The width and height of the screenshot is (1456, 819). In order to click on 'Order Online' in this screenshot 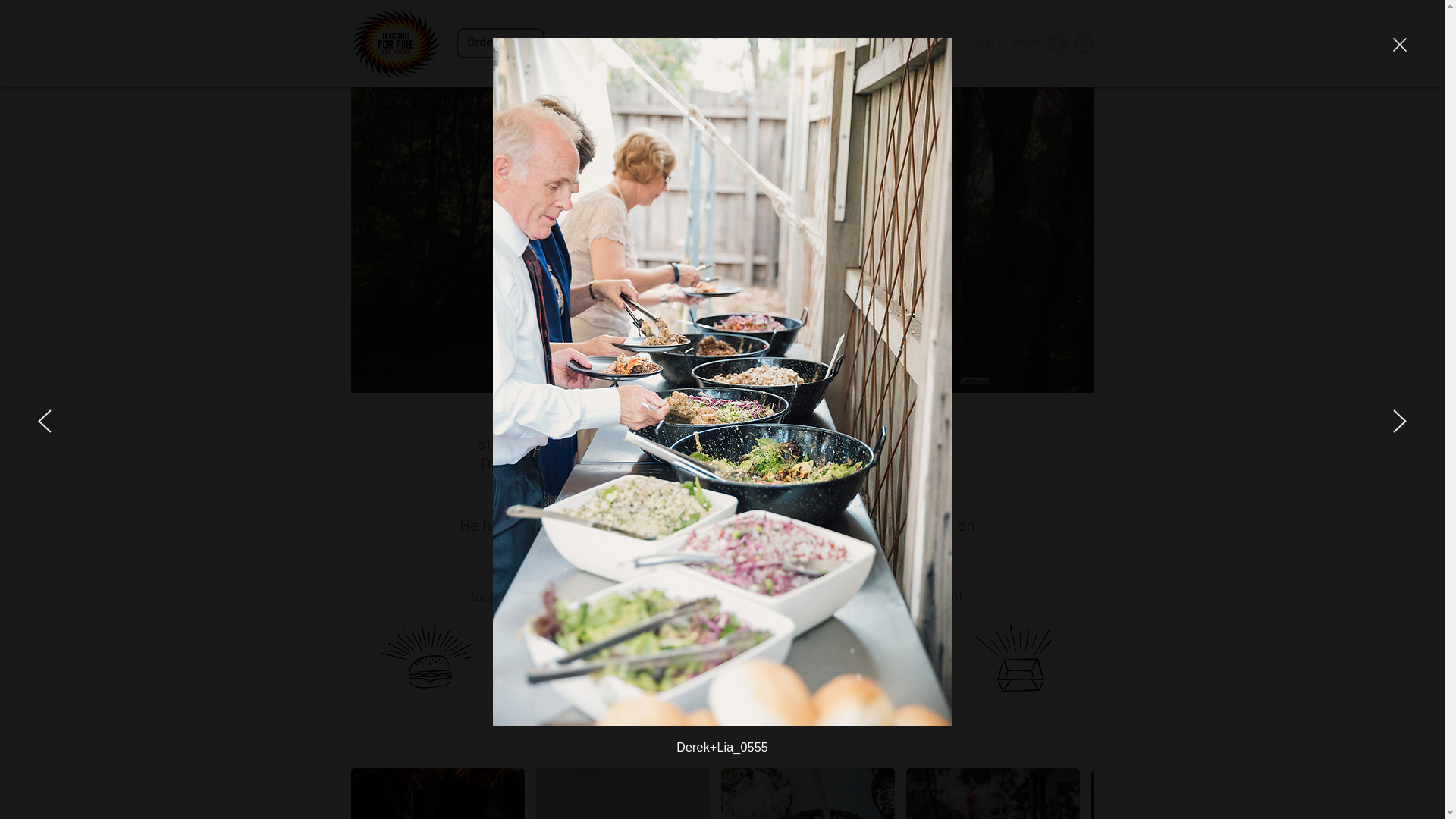, I will do `click(500, 42)`.